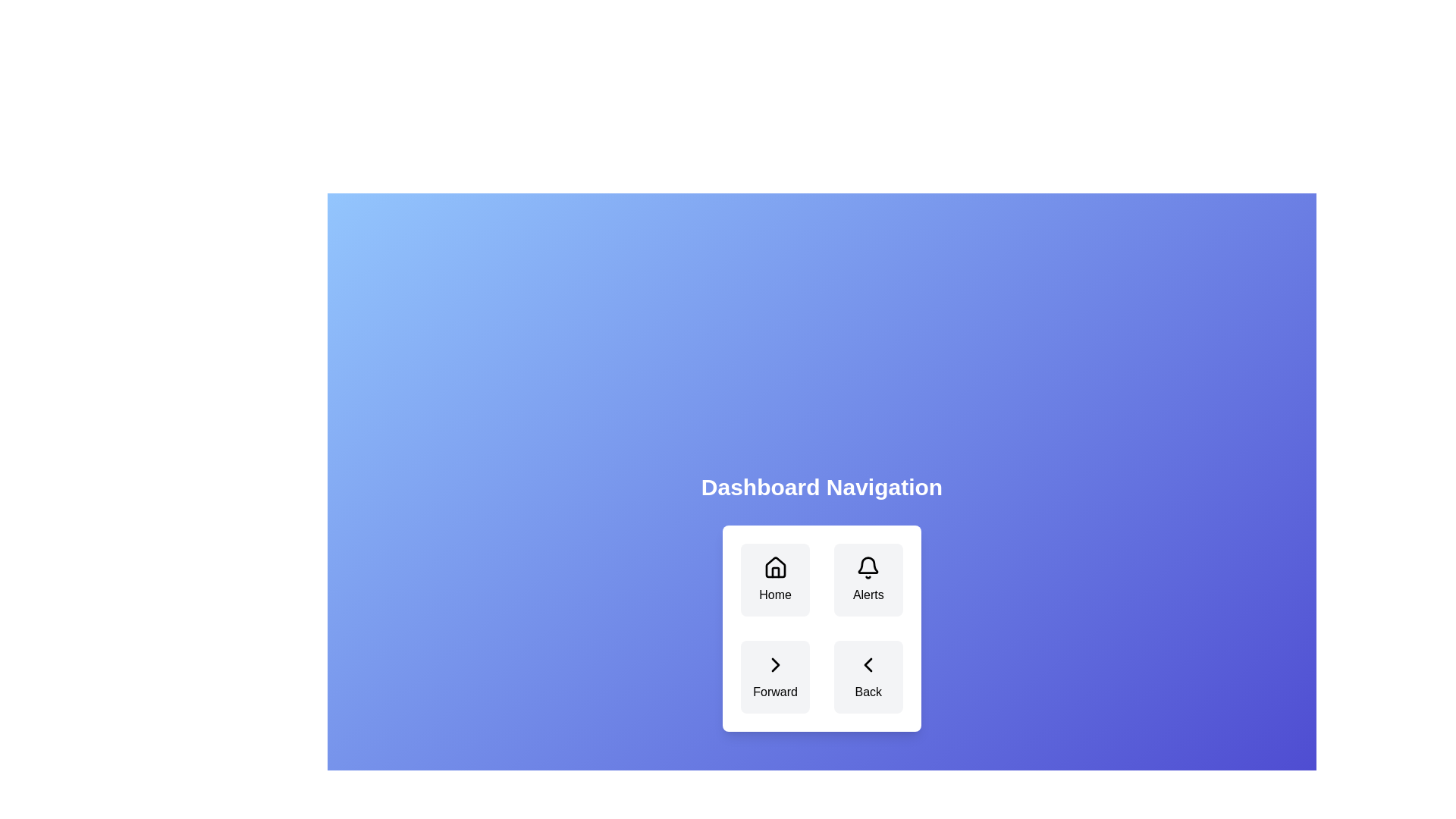  Describe the element at coordinates (868, 692) in the screenshot. I see `text label that describes the functionality of the associated chevron icon, indicating navigation 'Back'` at that location.